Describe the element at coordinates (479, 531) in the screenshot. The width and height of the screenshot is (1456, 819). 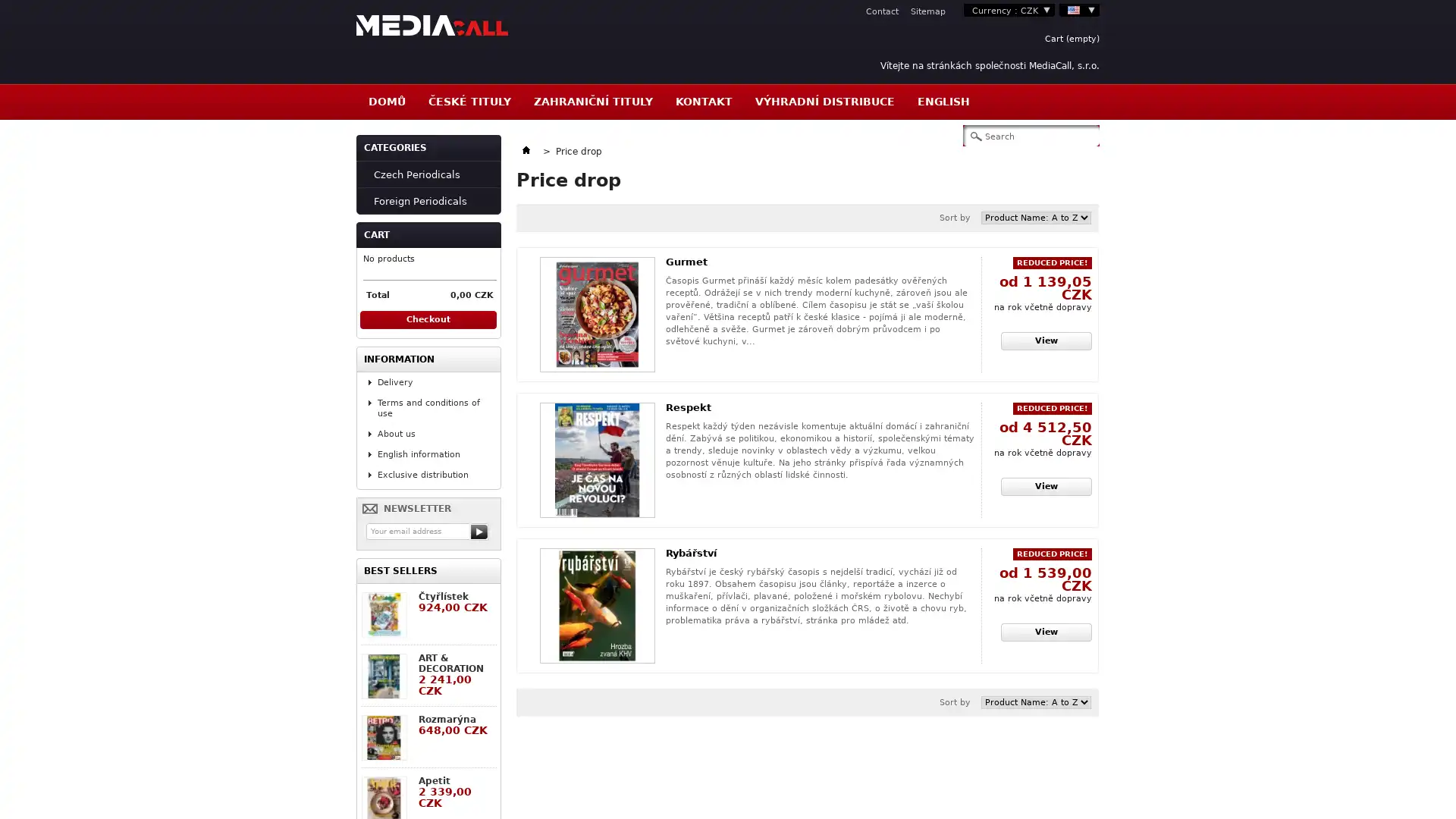
I see `ok` at that location.